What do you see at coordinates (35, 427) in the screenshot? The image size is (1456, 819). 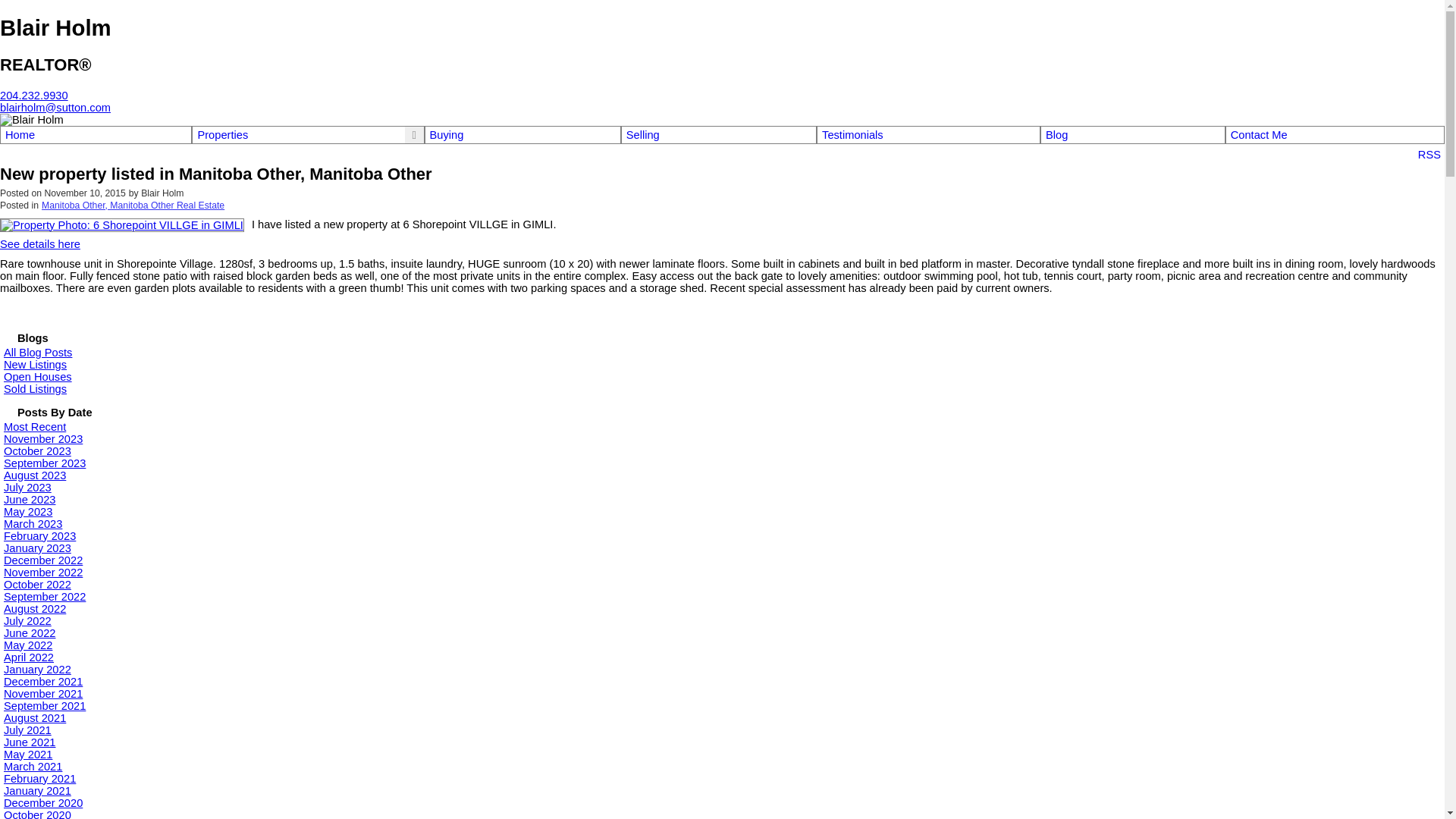 I see `'Most Recent'` at bounding box center [35, 427].